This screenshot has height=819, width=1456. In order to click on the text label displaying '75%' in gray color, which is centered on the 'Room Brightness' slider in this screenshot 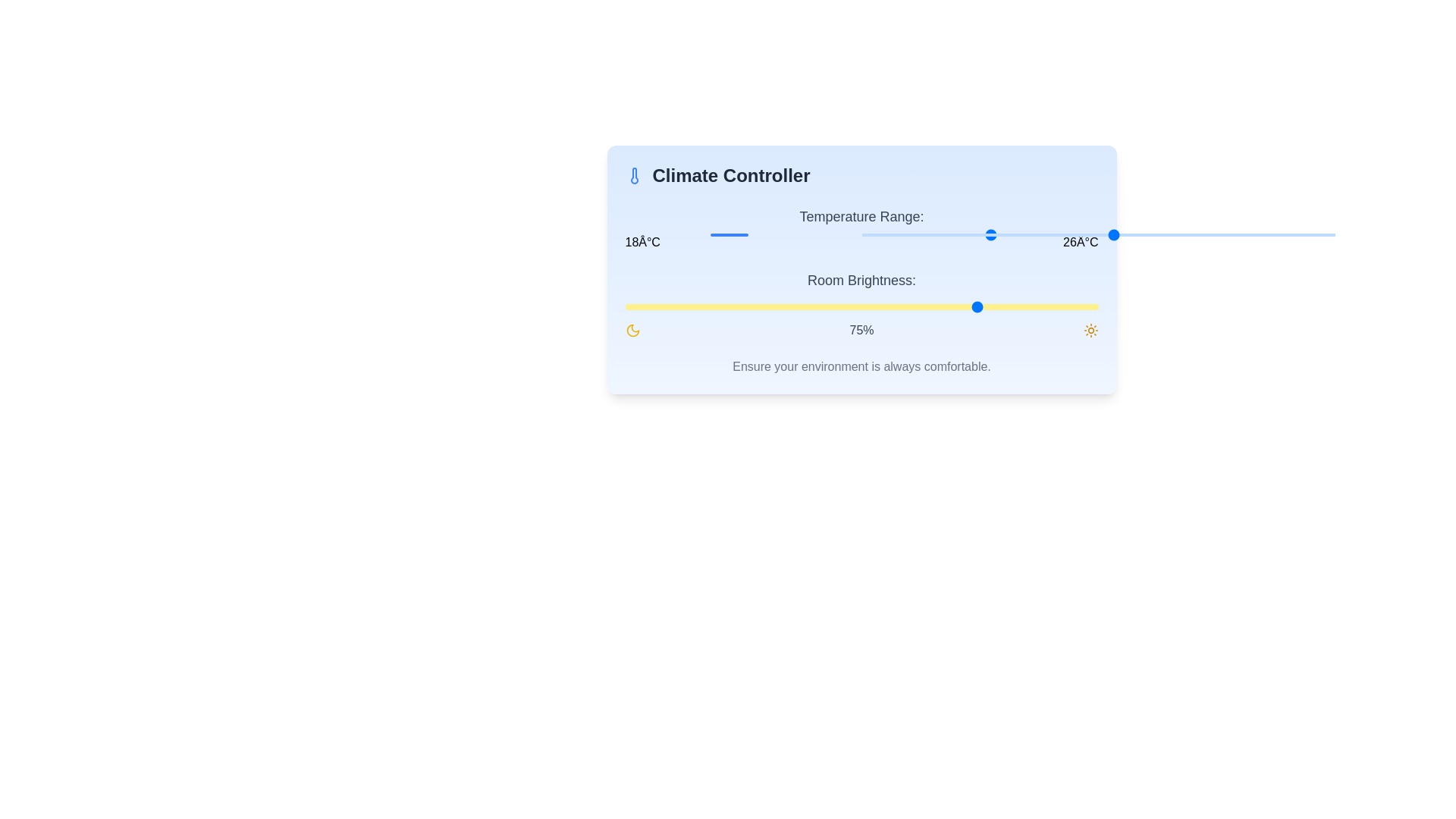, I will do `click(861, 329)`.